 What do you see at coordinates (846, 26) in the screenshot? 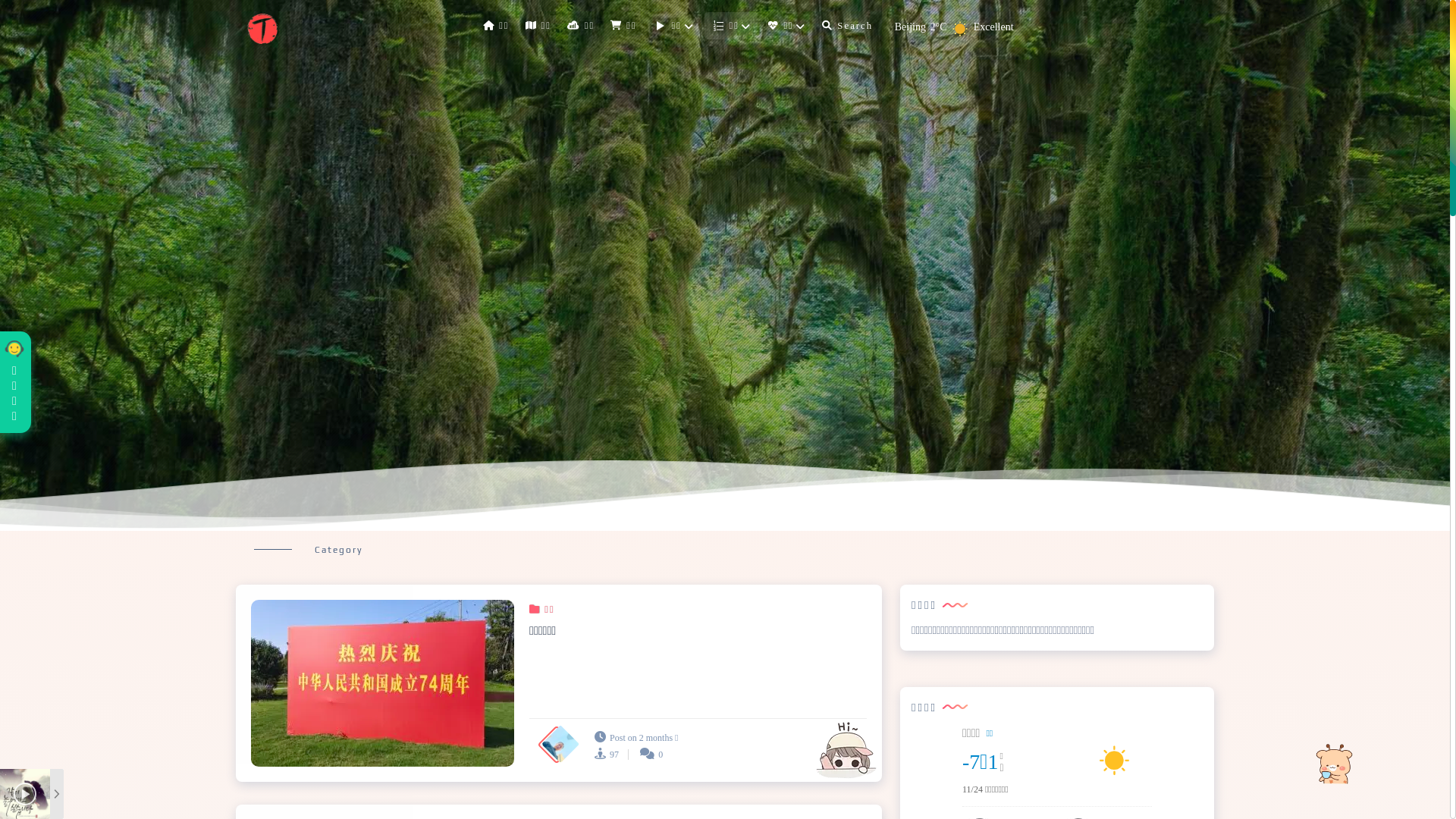
I see `'Search'` at bounding box center [846, 26].